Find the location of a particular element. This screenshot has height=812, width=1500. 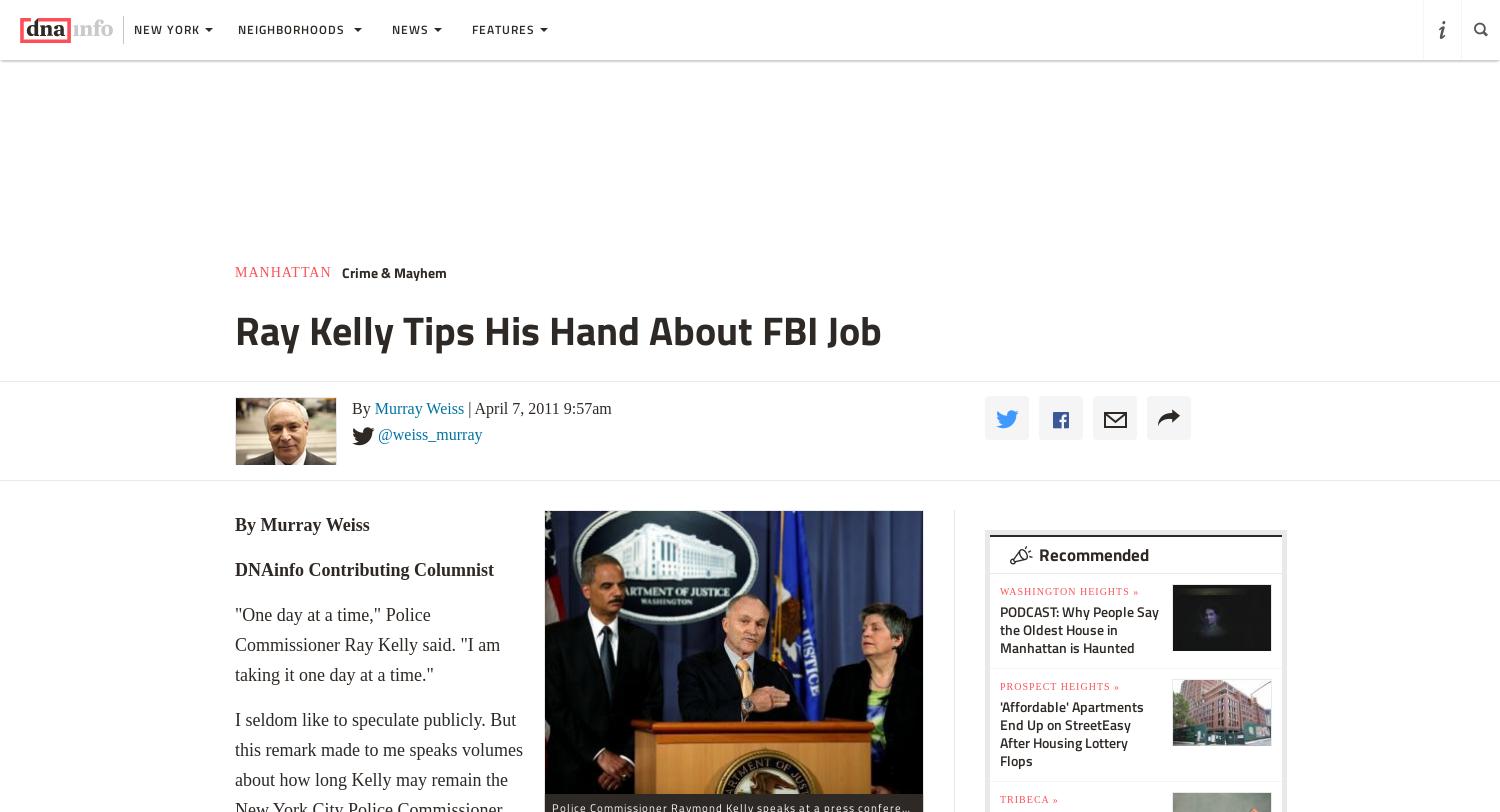

'Prospect Heights »' is located at coordinates (1060, 685).